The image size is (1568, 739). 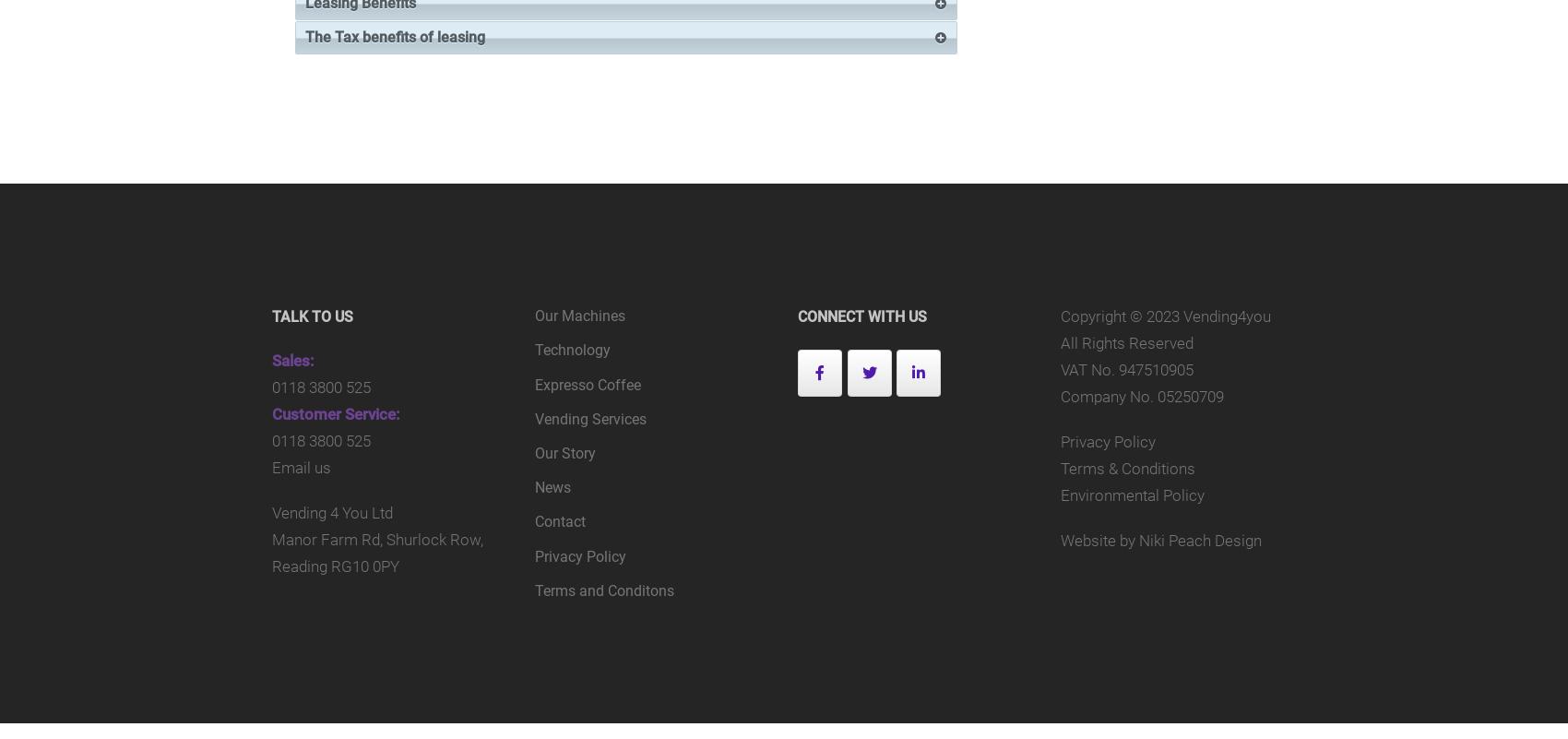 What do you see at coordinates (1061, 395) in the screenshot?
I see `'Company No. 05250709'` at bounding box center [1061, 395].